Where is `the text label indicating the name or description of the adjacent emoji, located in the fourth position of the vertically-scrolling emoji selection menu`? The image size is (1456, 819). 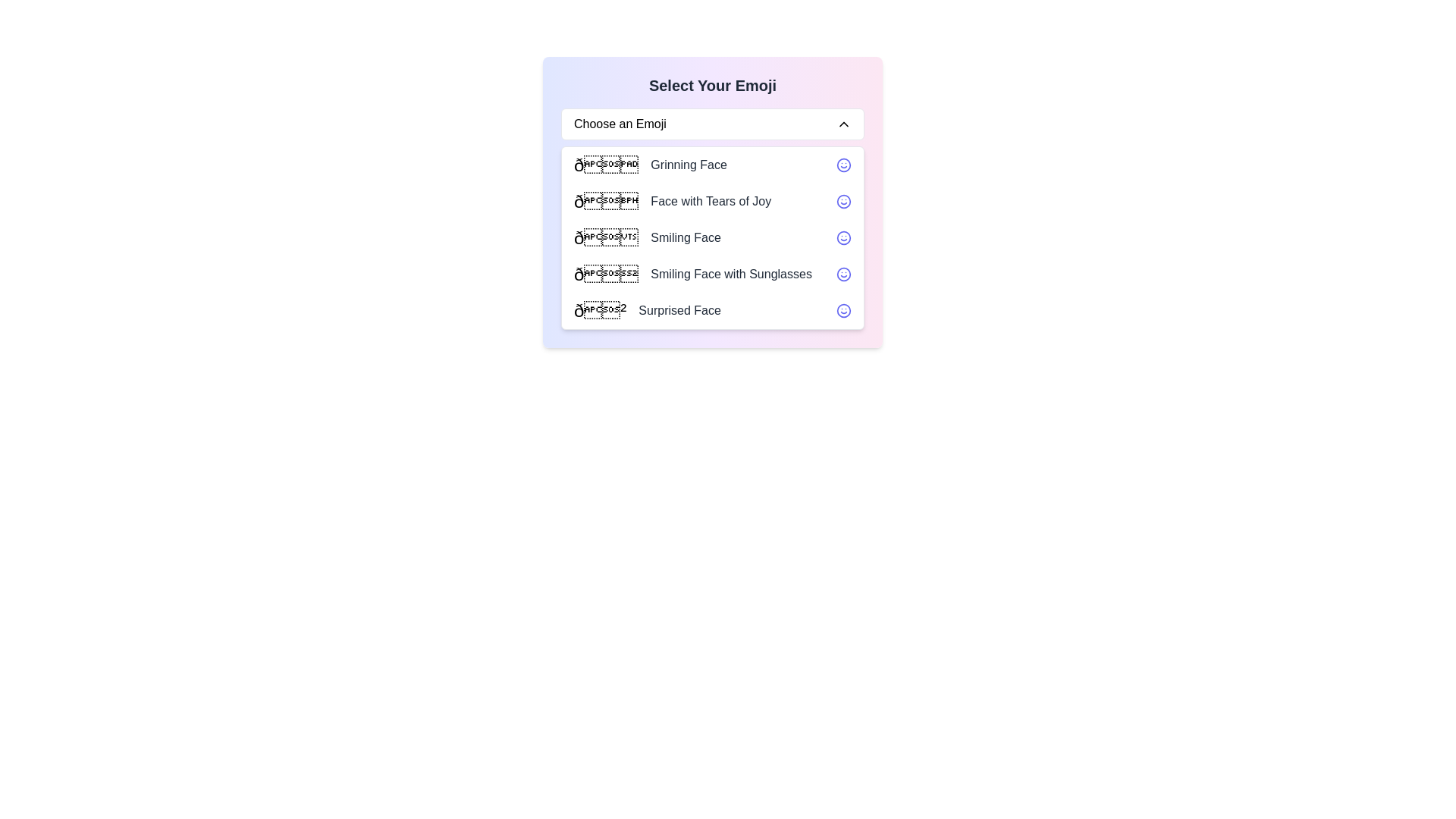
the text label indicating the name or description of the adjacent emoji, located in the fourth position of the vertically-scrolling emoji selection menu is located at coordinates (731, 275).